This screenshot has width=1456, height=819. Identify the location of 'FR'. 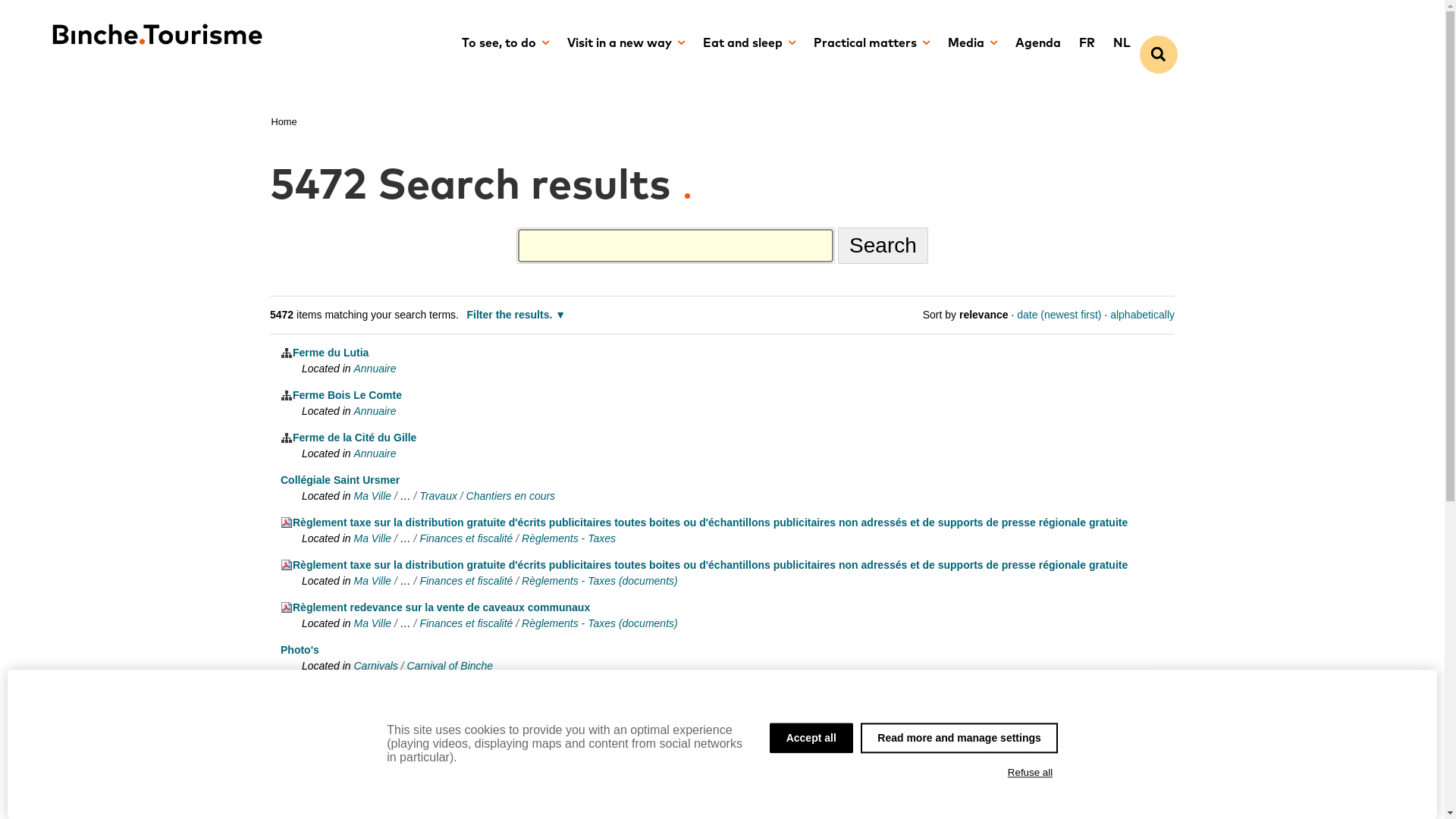
(1068, 42).